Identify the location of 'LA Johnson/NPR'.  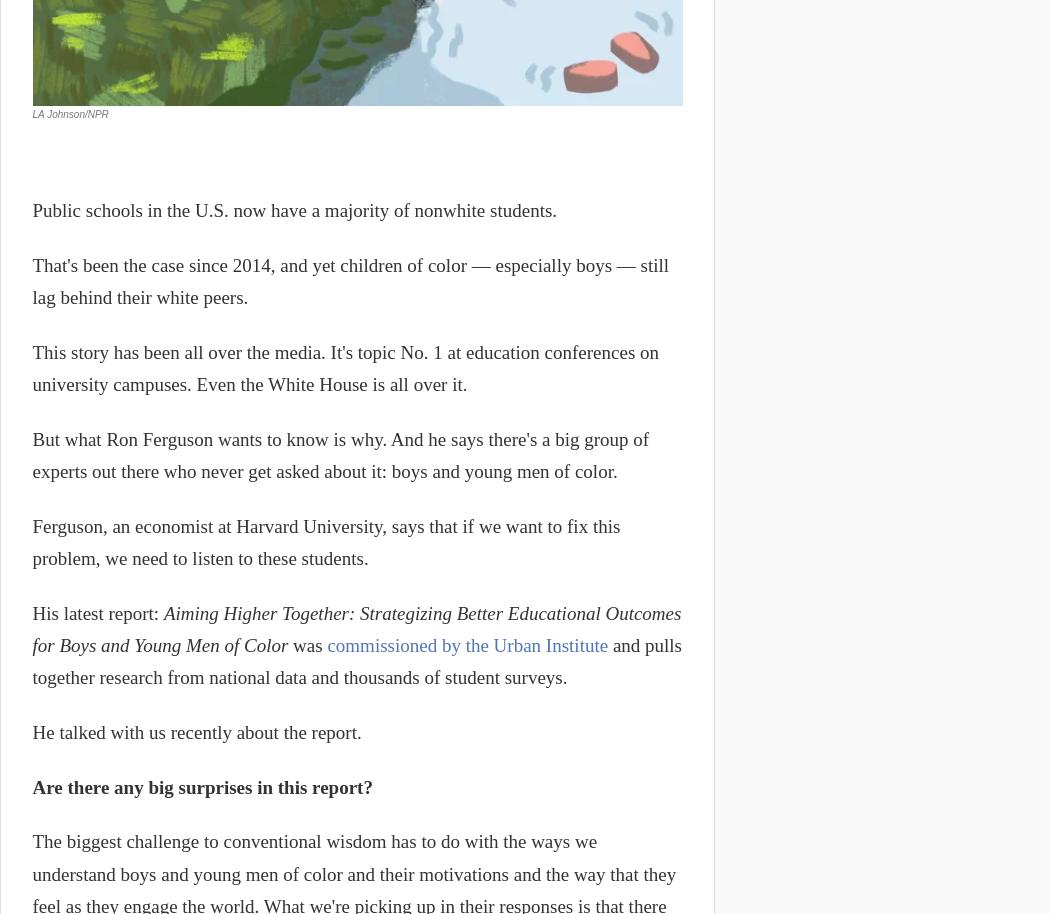
(32, 114).